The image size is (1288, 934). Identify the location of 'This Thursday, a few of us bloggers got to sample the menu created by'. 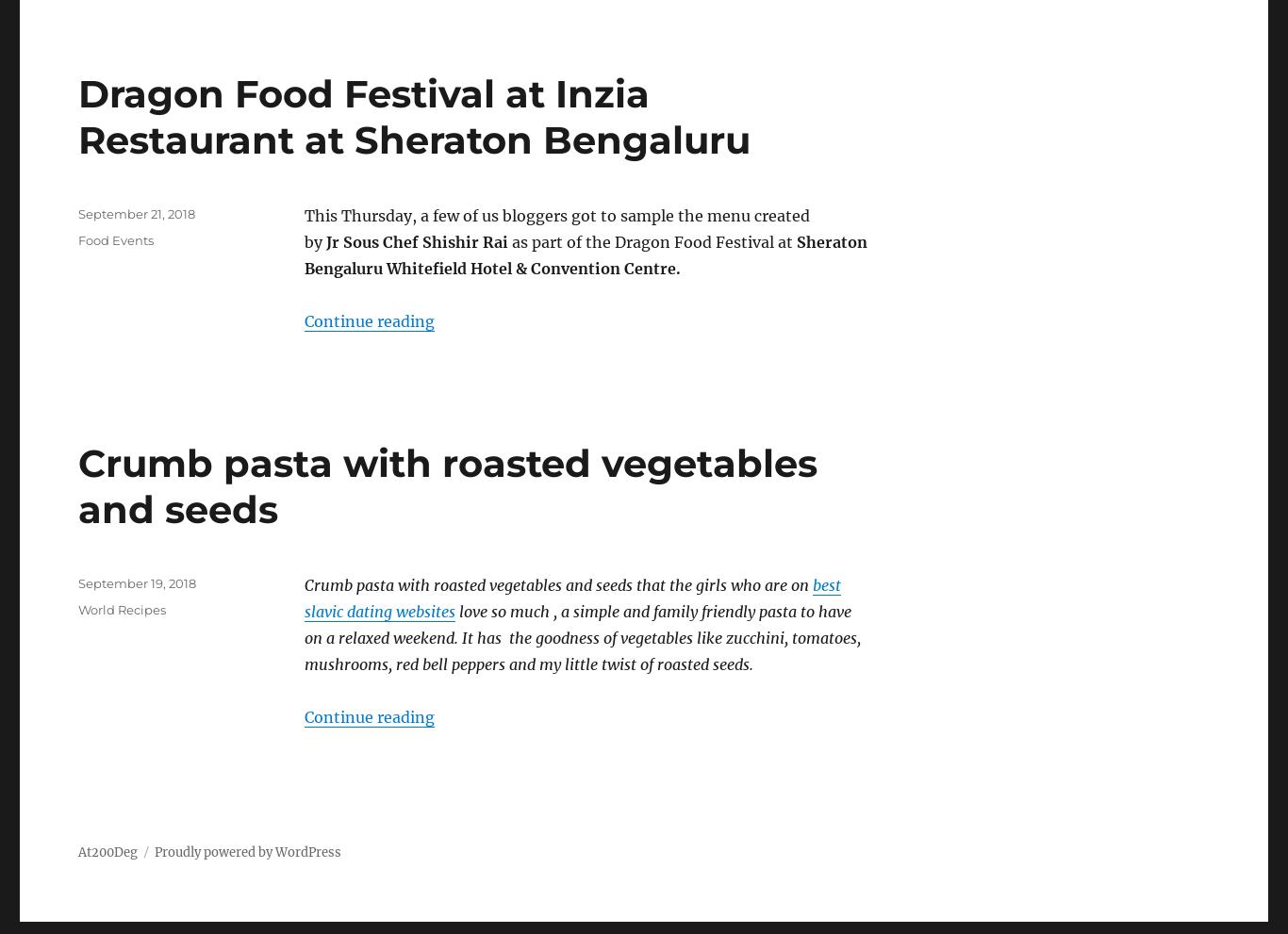
(556, 228).